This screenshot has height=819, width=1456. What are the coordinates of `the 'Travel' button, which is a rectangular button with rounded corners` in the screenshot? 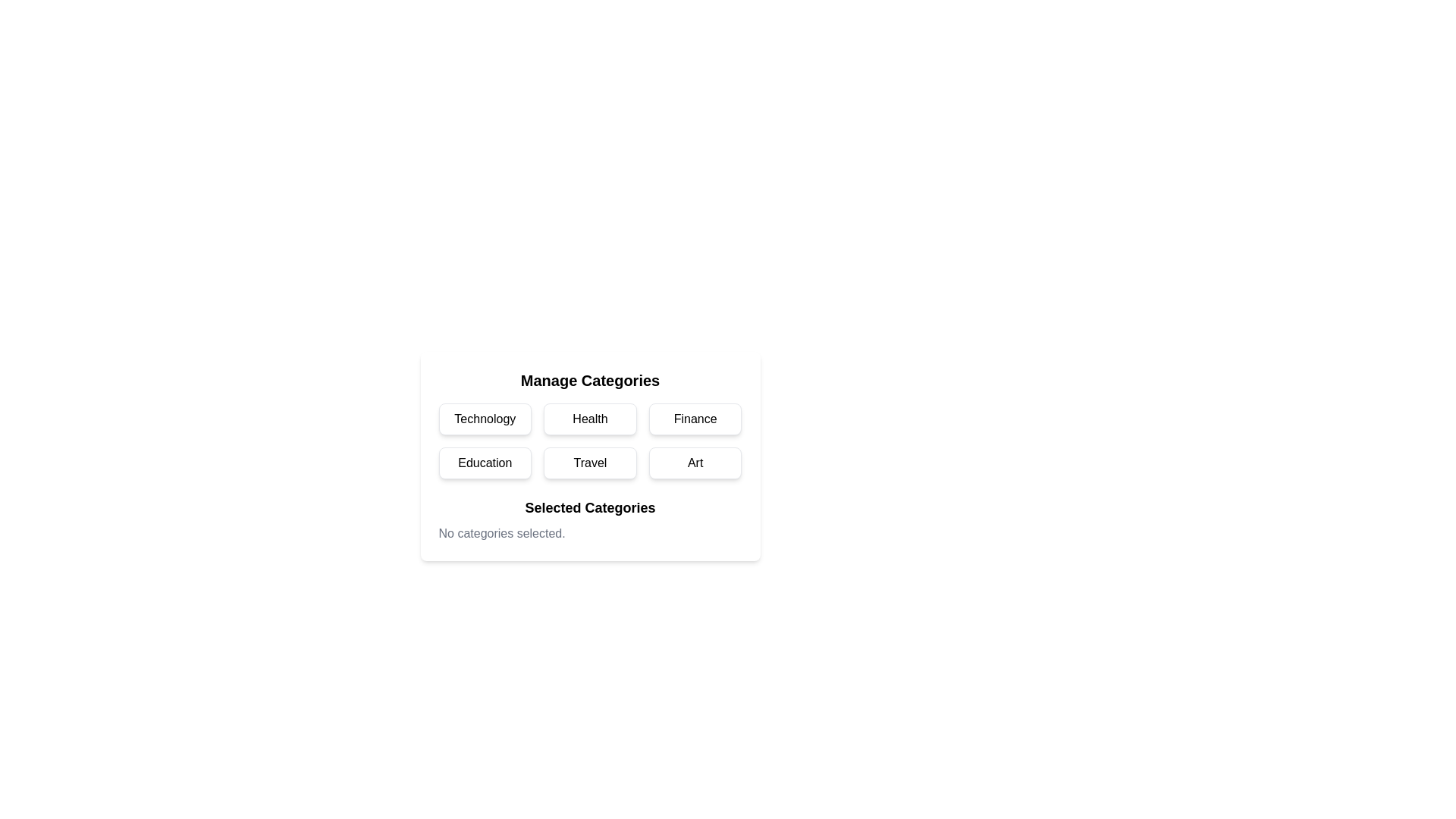 It's located at (589, 455).